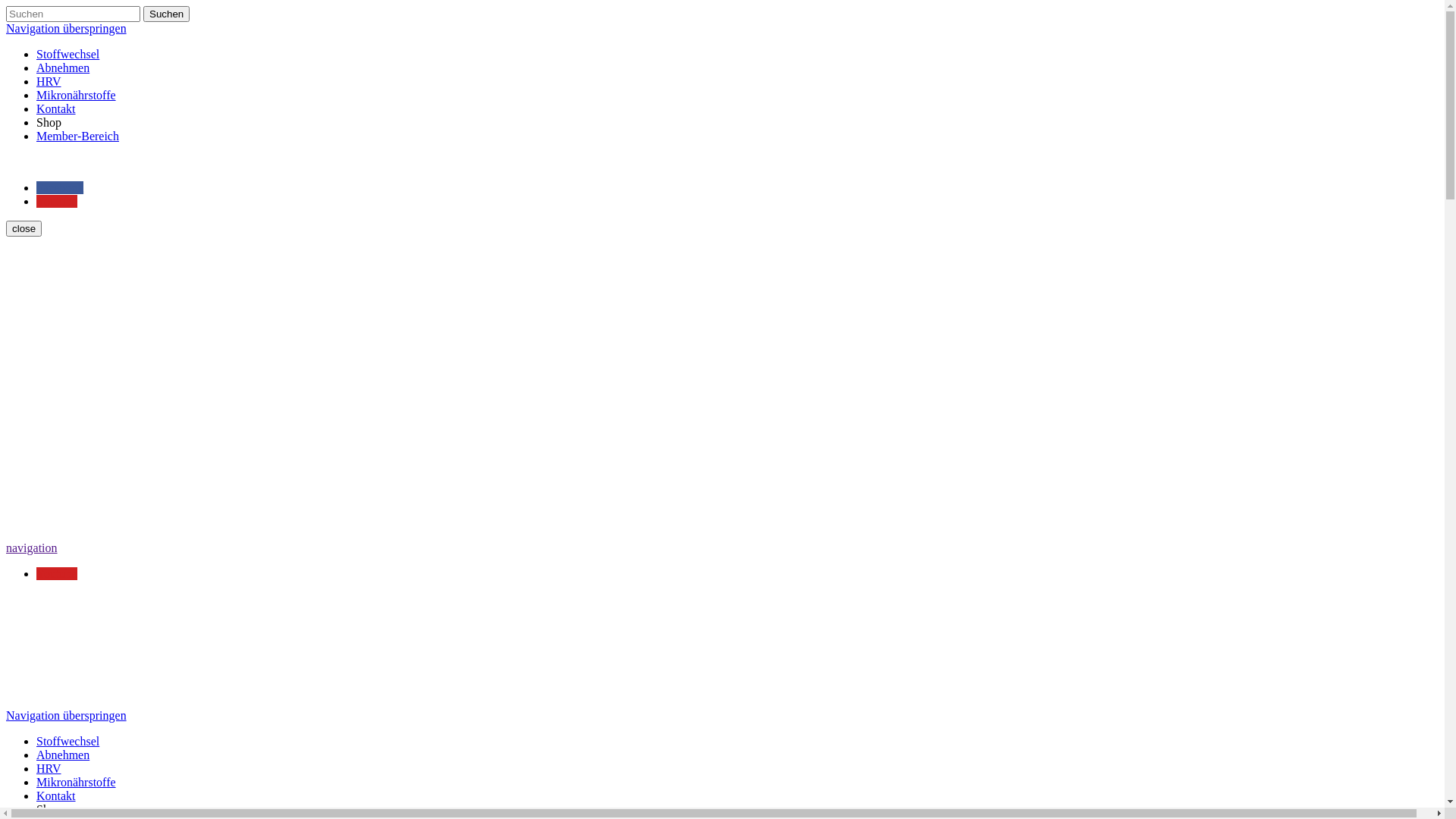  What do you see at coordinates (32, 548) in the screenshot?
I see `'navigation'` at bounding box center [32, 548].